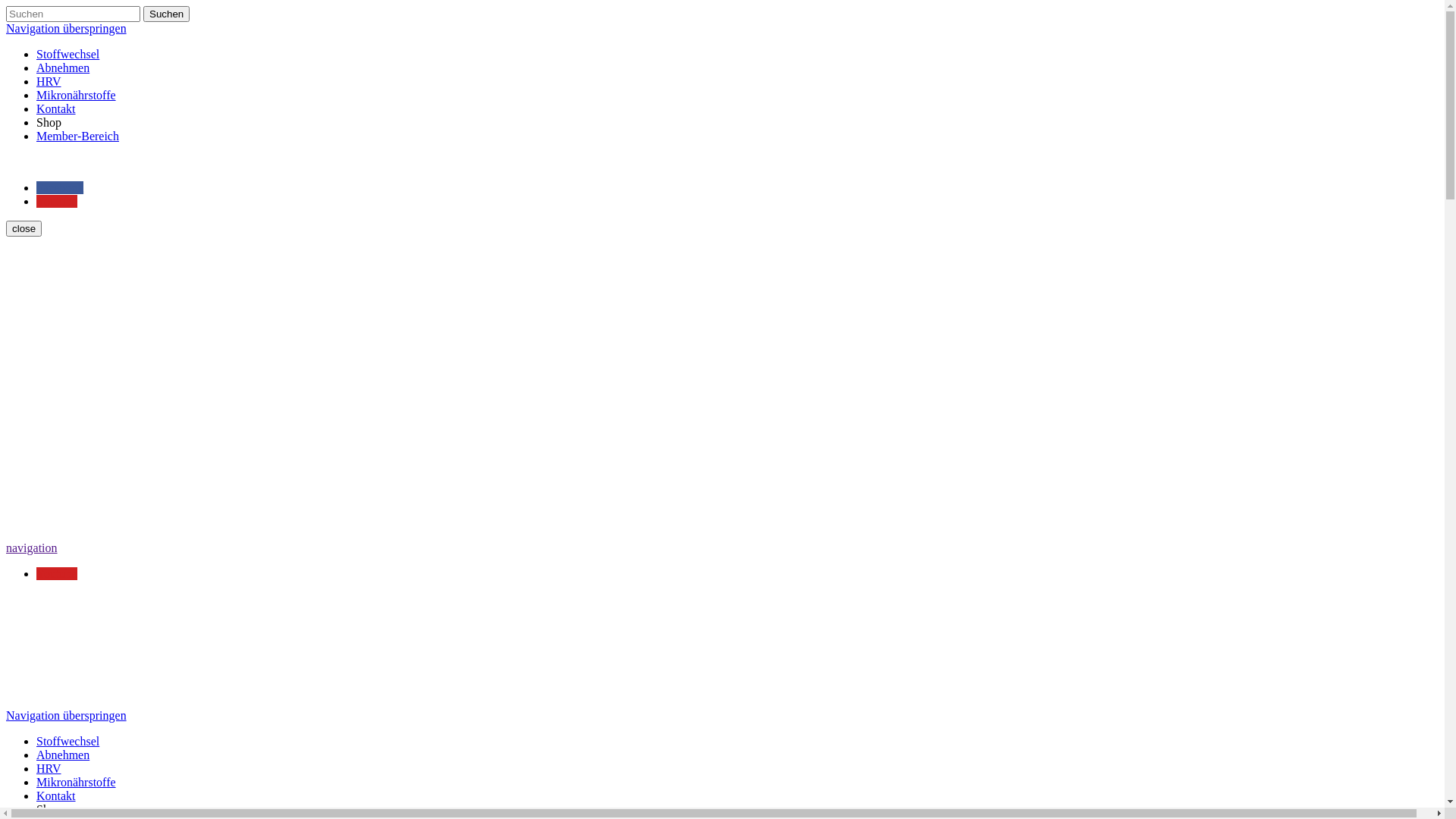  What do you see at coordinates (32, 548) in the screenshot?
I see `'navigation'` at bounding box center [32, 548].